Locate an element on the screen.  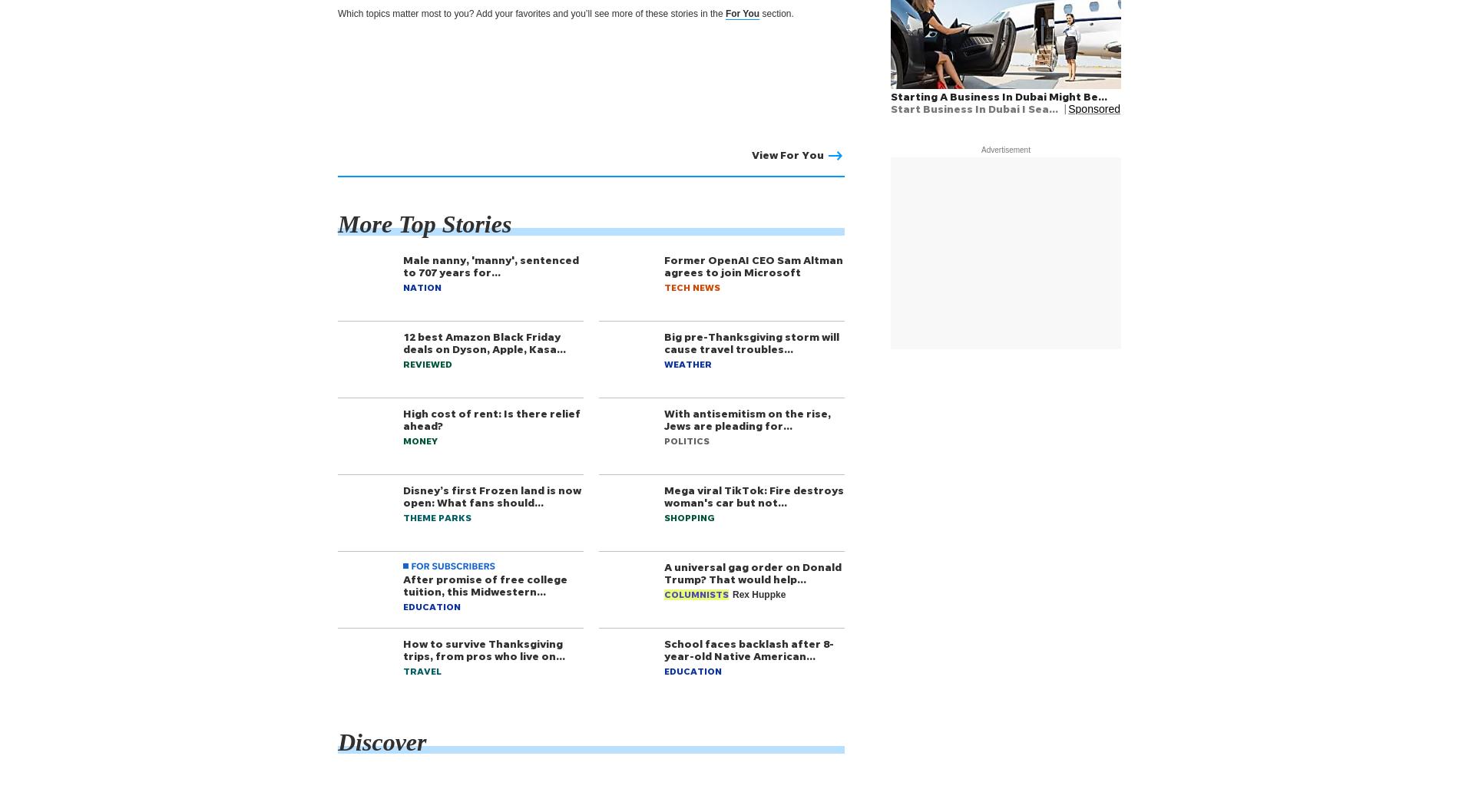
'Male nanny, 'manny', sentenced to 707 years for…' is located at coordinates (491, 265).